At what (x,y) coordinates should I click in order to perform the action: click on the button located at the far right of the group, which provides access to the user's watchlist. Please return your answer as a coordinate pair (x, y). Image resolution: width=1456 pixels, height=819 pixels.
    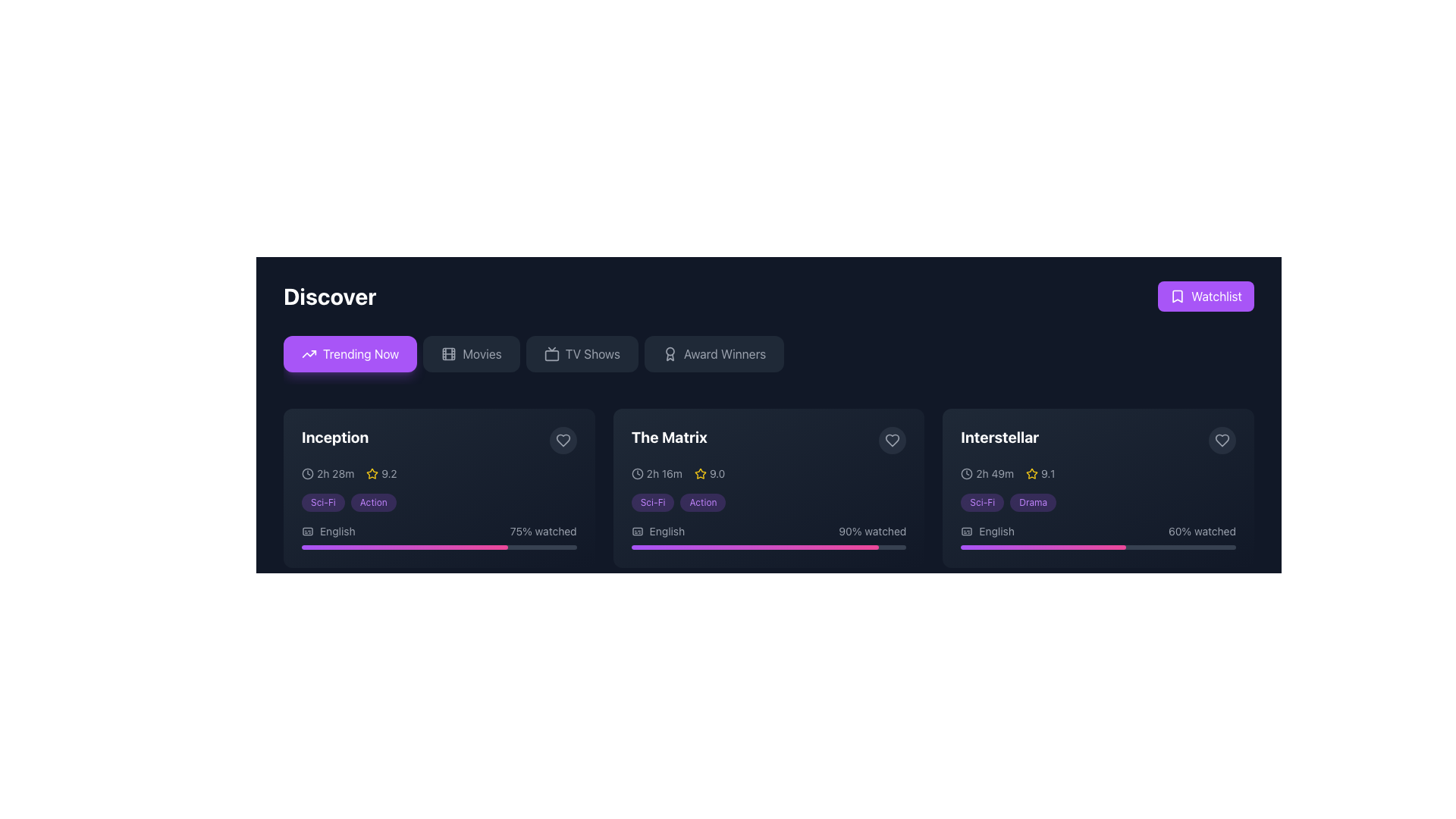
    Looking at the image, I should click on (1205, 296).